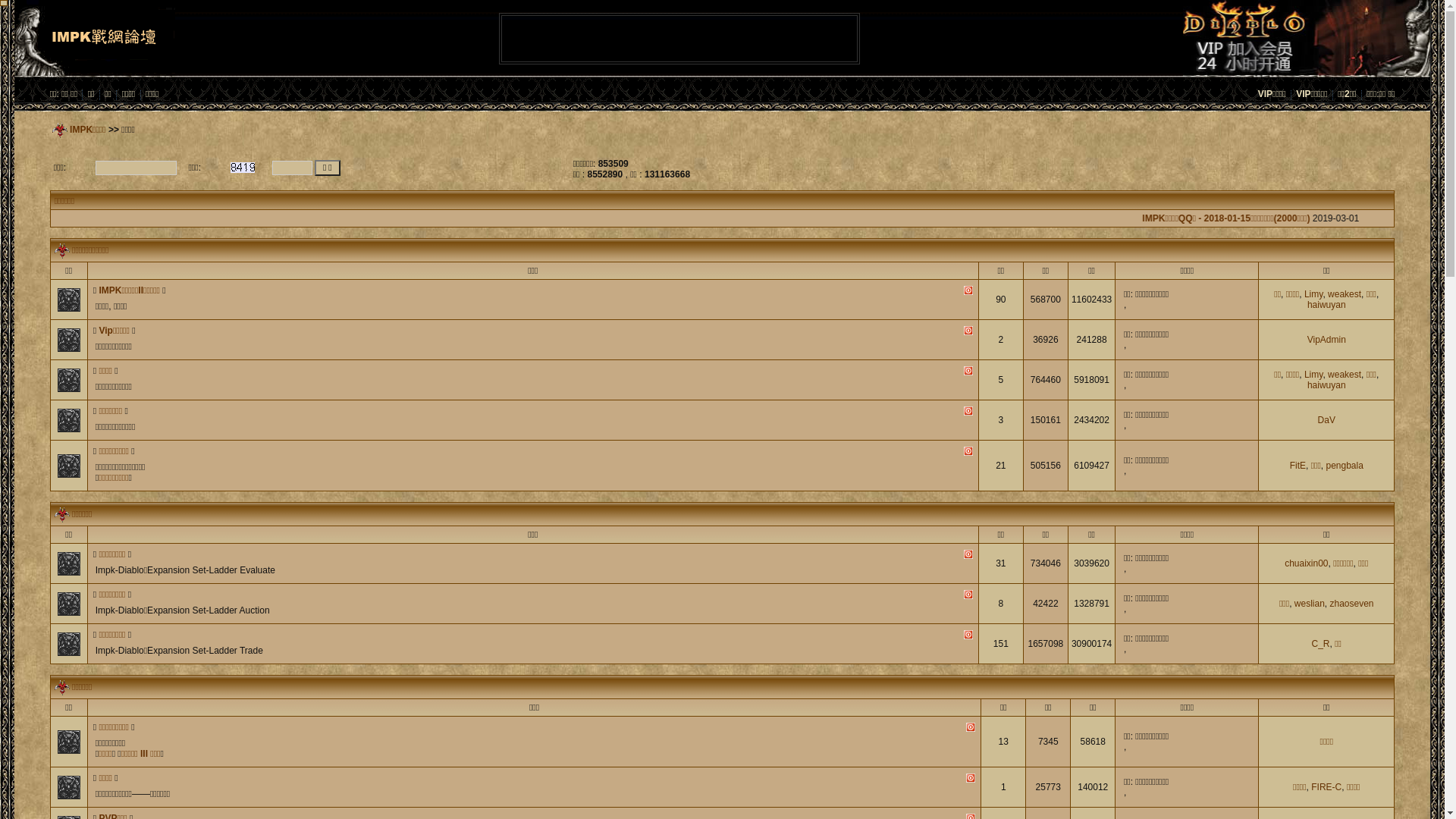  I want to click on 'chuaixin00', so click(1305, 563).